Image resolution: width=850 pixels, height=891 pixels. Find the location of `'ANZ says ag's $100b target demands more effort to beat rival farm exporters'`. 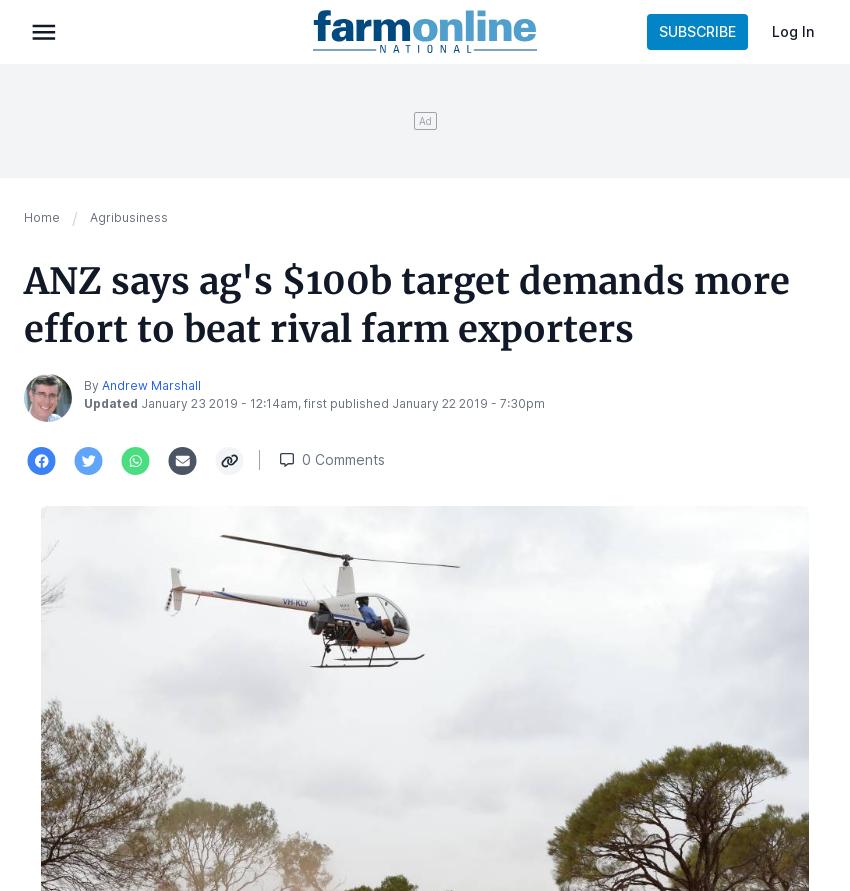

'ANZ says ag's $100b target demands more effort to beat rival farm exporters' is located at coordinates (406, 304).